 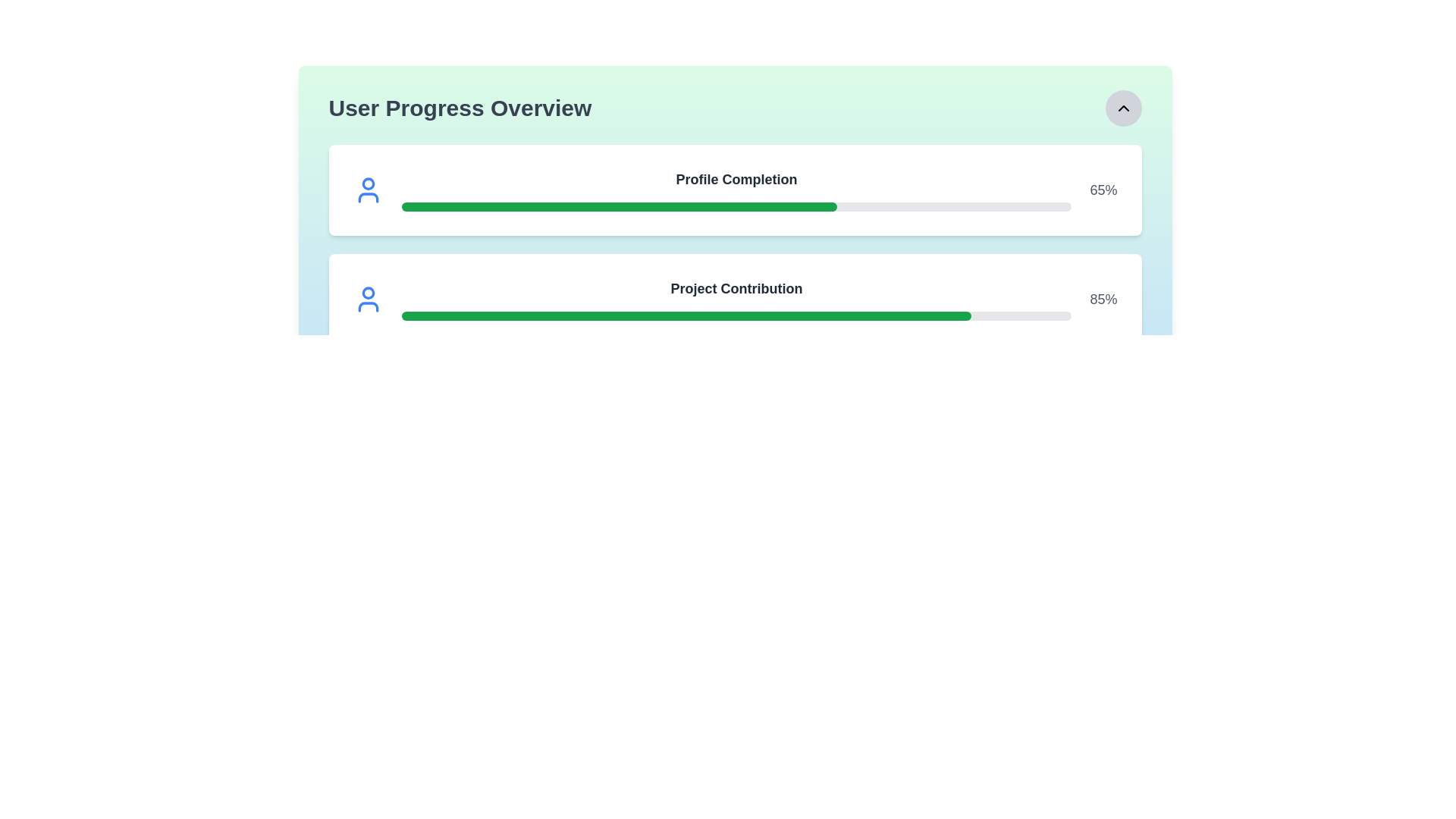 I want to click on the upward-pointing chevron icon located within a circular button at the top-right corner of the interface, so click(x=1123, y=107).